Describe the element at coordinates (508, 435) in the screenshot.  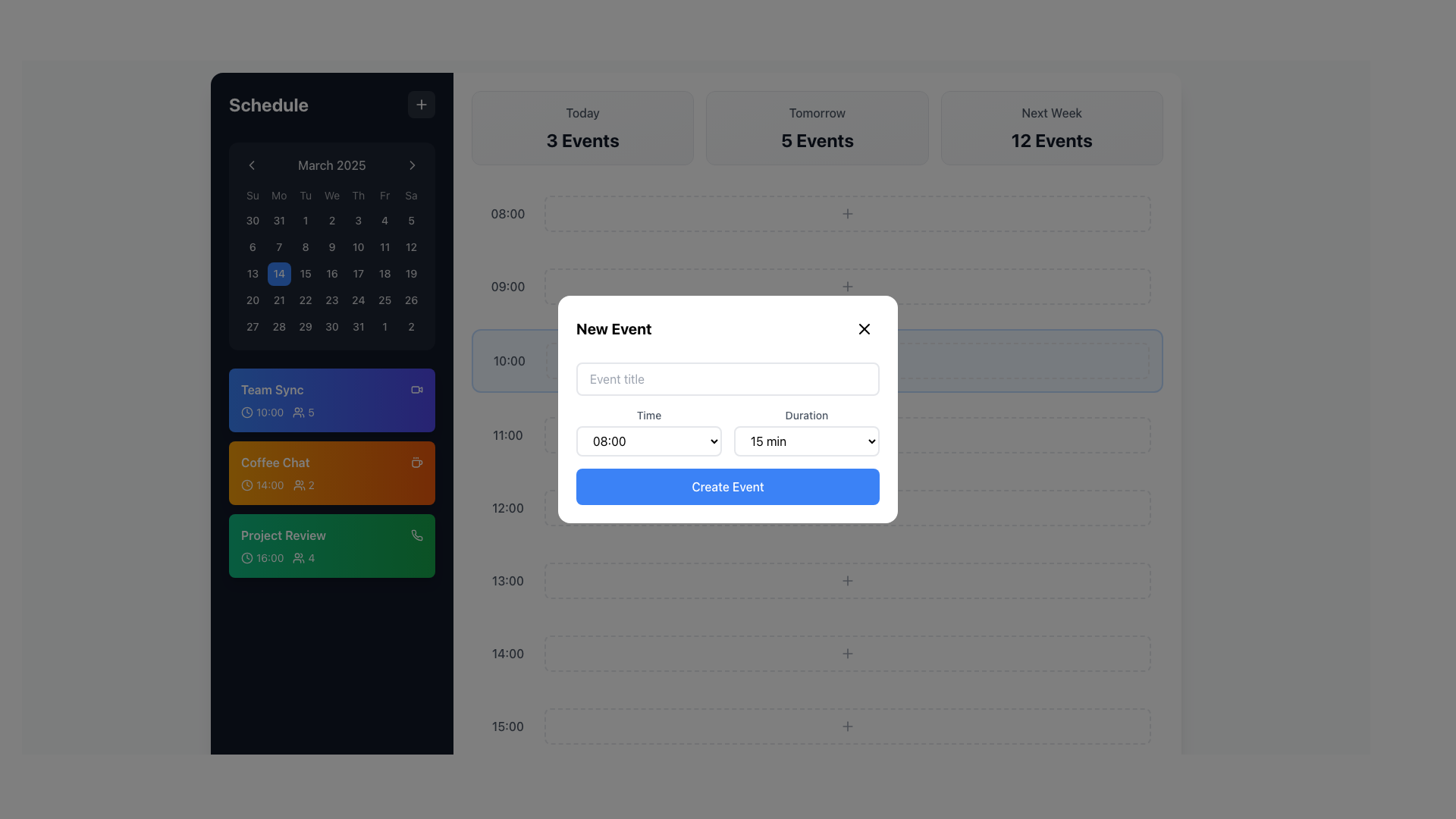
I see `the static text label that indicates specific time slots, located on the right-hand side of the interface within a scrollable area` at that location.